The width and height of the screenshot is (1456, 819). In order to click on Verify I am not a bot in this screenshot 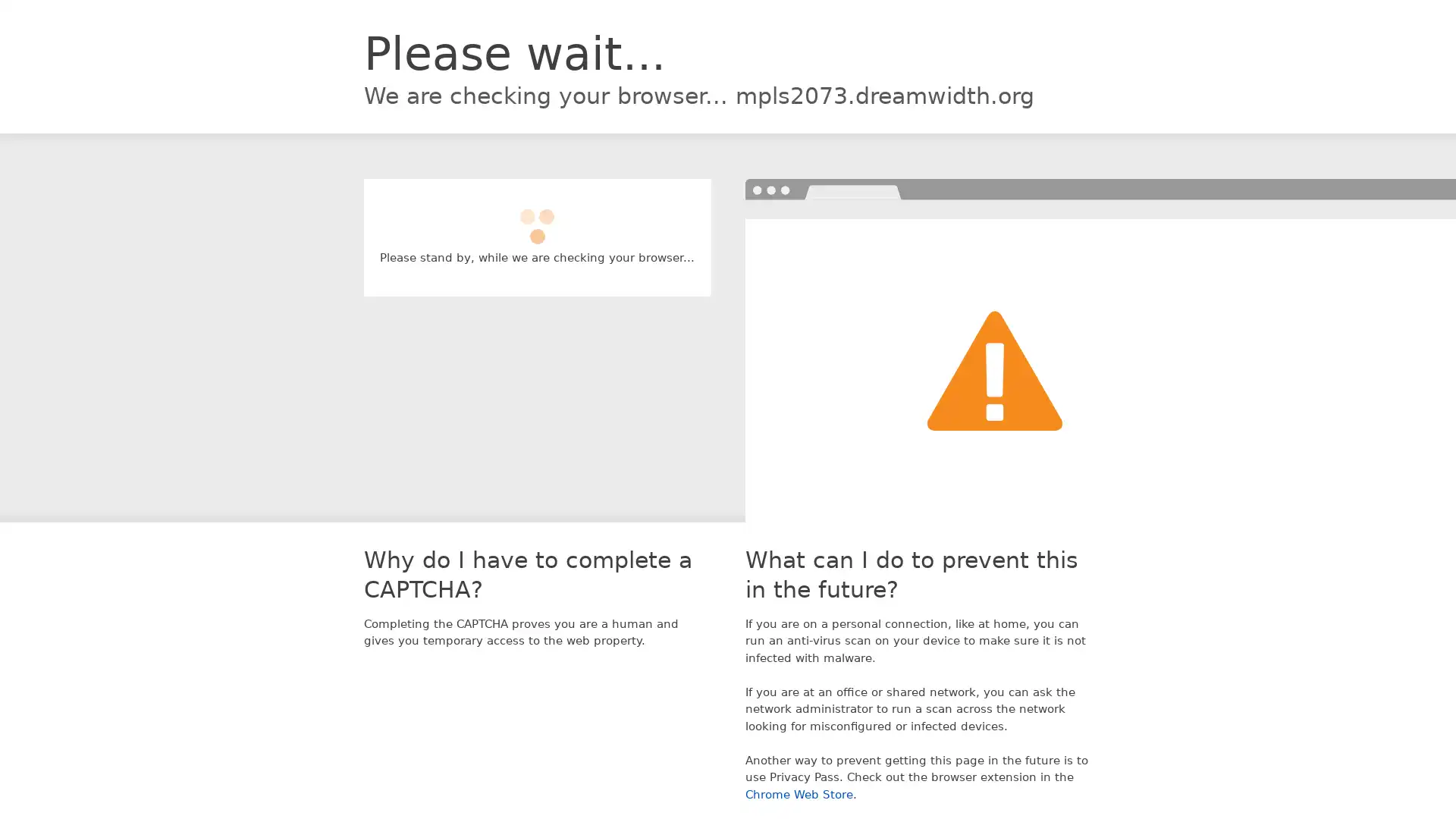, I will do `click(537, 219)`.